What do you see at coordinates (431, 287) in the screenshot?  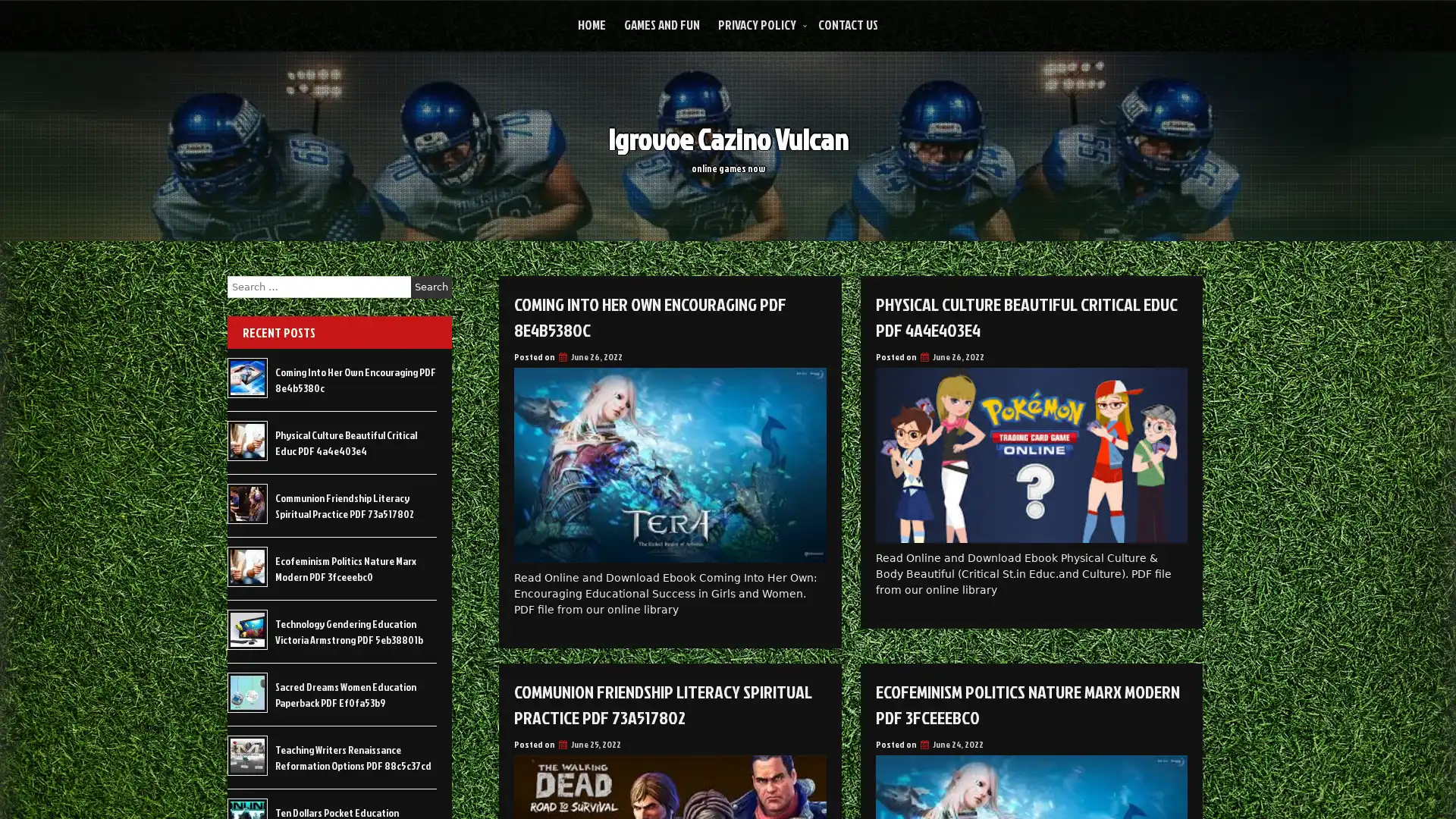 I see `Search` at bounding box center [431, 287].